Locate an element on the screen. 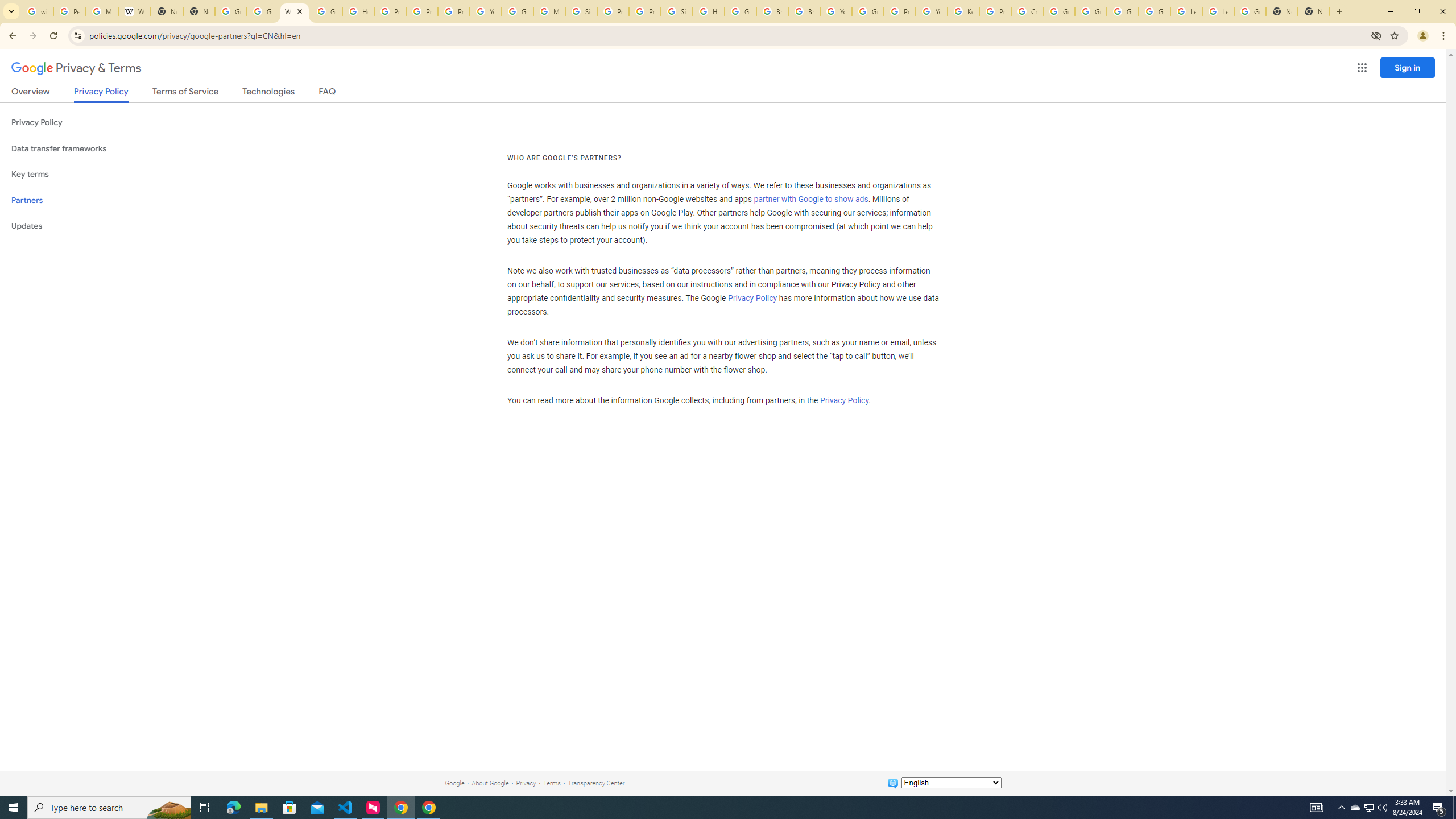 Image resolution: width=1456 pixels, height=819 pixels. 'Wikipedia:Edit requests - Wikipedia' is located at coordinates (134, 11).